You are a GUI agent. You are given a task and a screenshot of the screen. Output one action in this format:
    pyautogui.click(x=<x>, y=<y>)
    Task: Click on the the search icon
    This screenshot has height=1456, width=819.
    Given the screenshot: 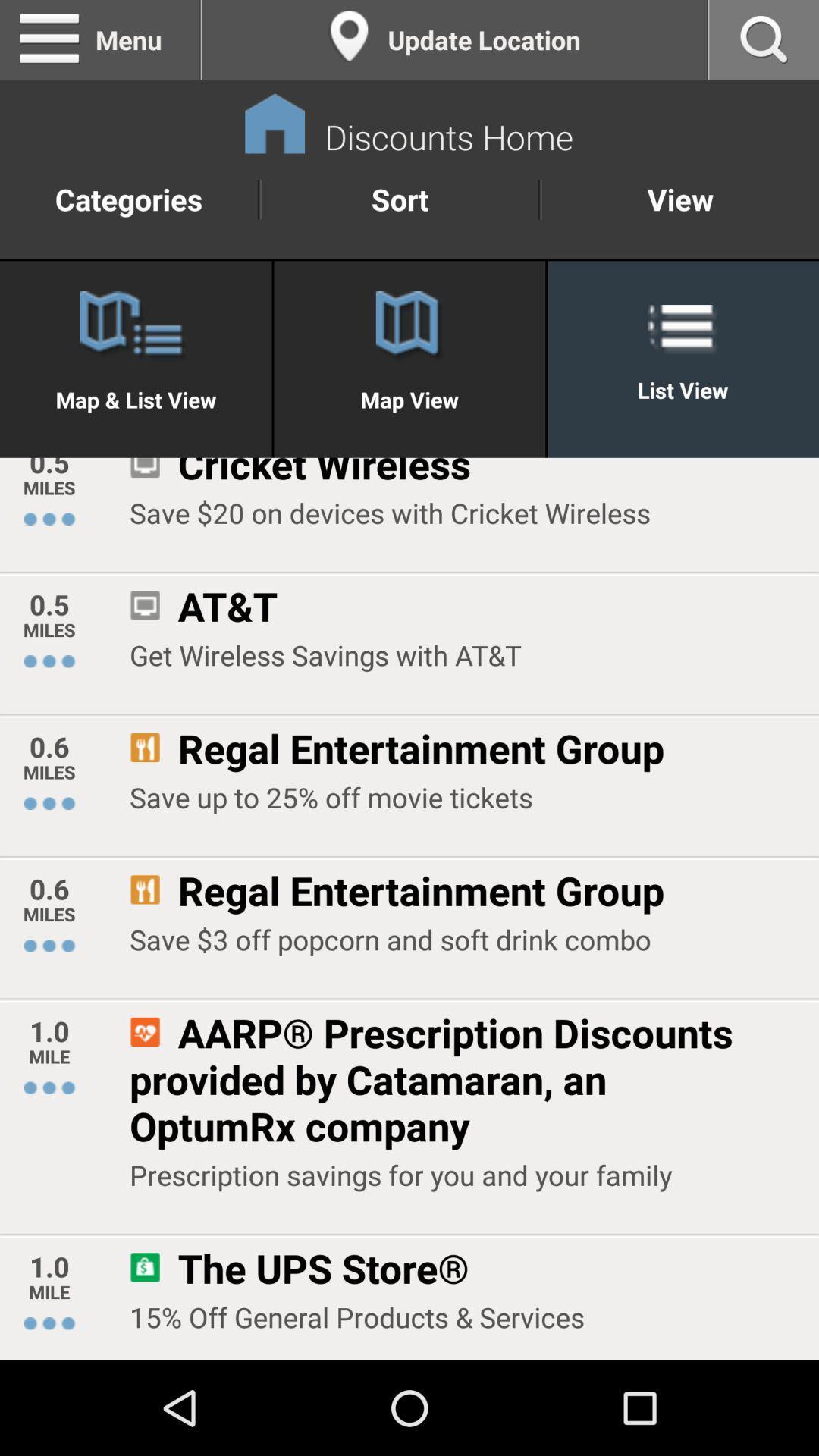 What is the action you would take?
    pyautogui.click(x=764, y=42)
    